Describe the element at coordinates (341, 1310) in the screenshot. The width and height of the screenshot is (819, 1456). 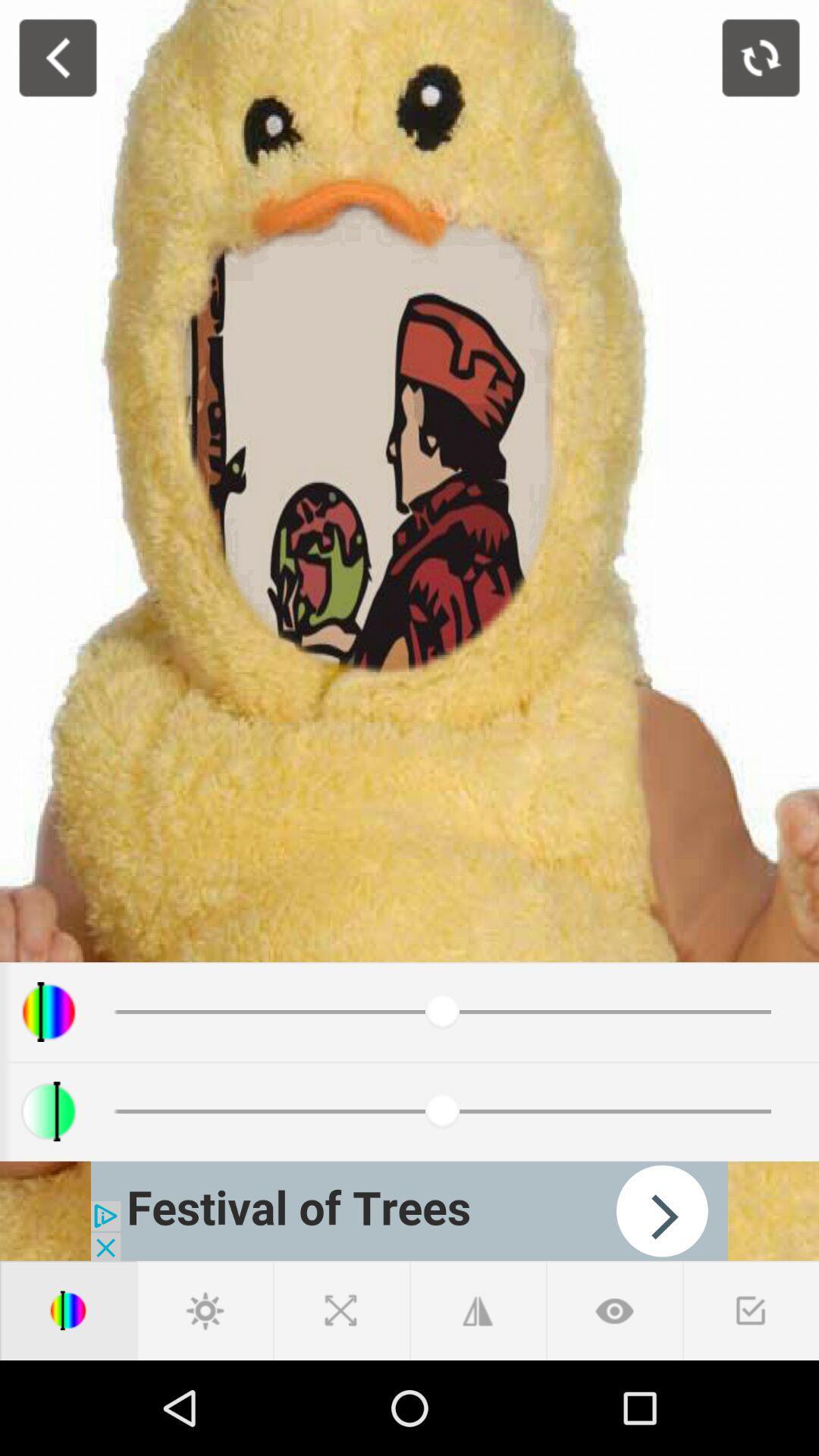
I see `zooming option` at that location.